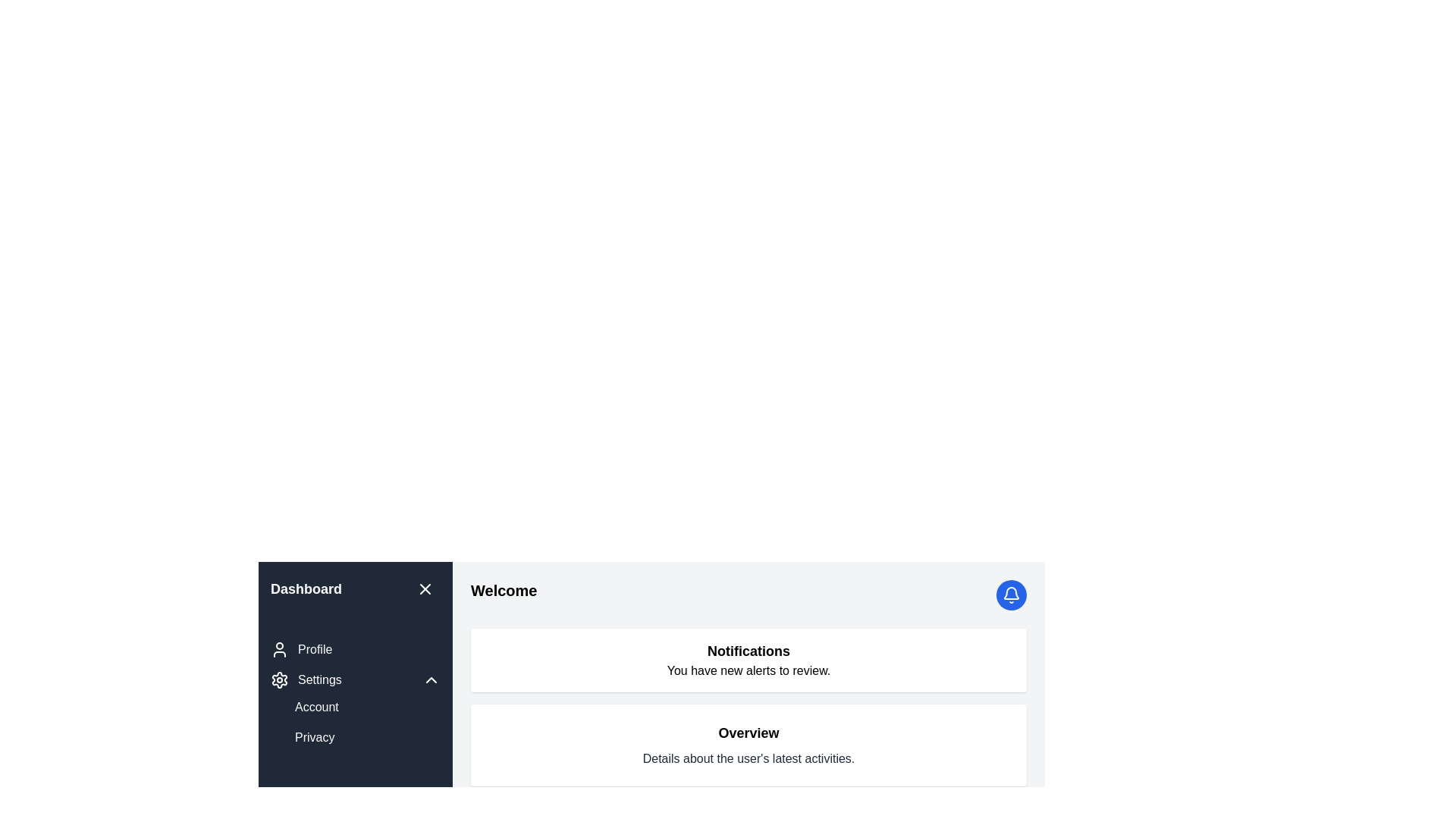 This screenshot has width=1456, height=819. I want to click on the cogwheel-shaped Decorative Icon located next to the 'Settings' label in the left navigation sidebar, so click(280, 679).